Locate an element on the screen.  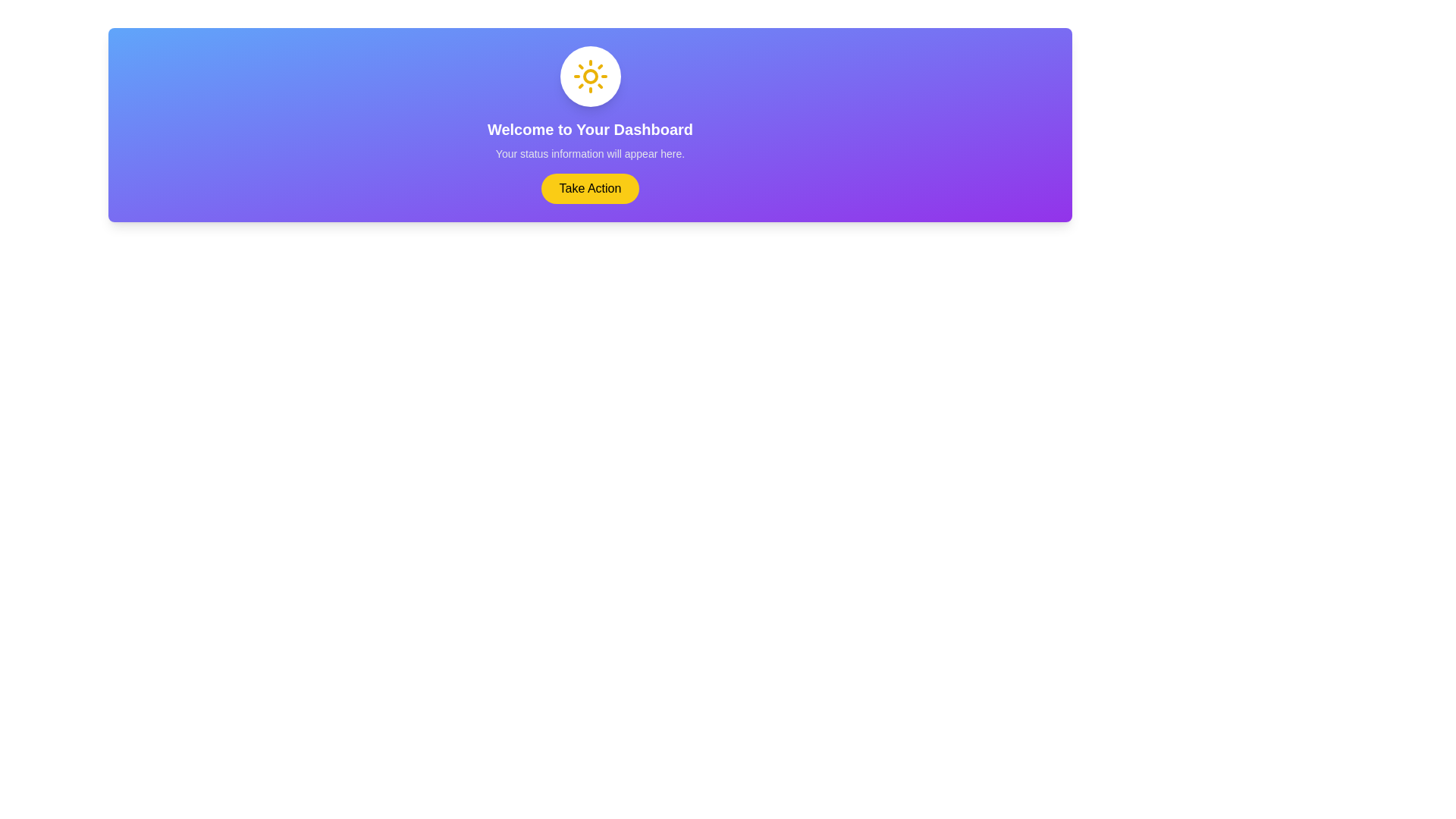
the informational text block containing the header 'Welcome to Your Dashboard' is located at coordinates (589, 140).